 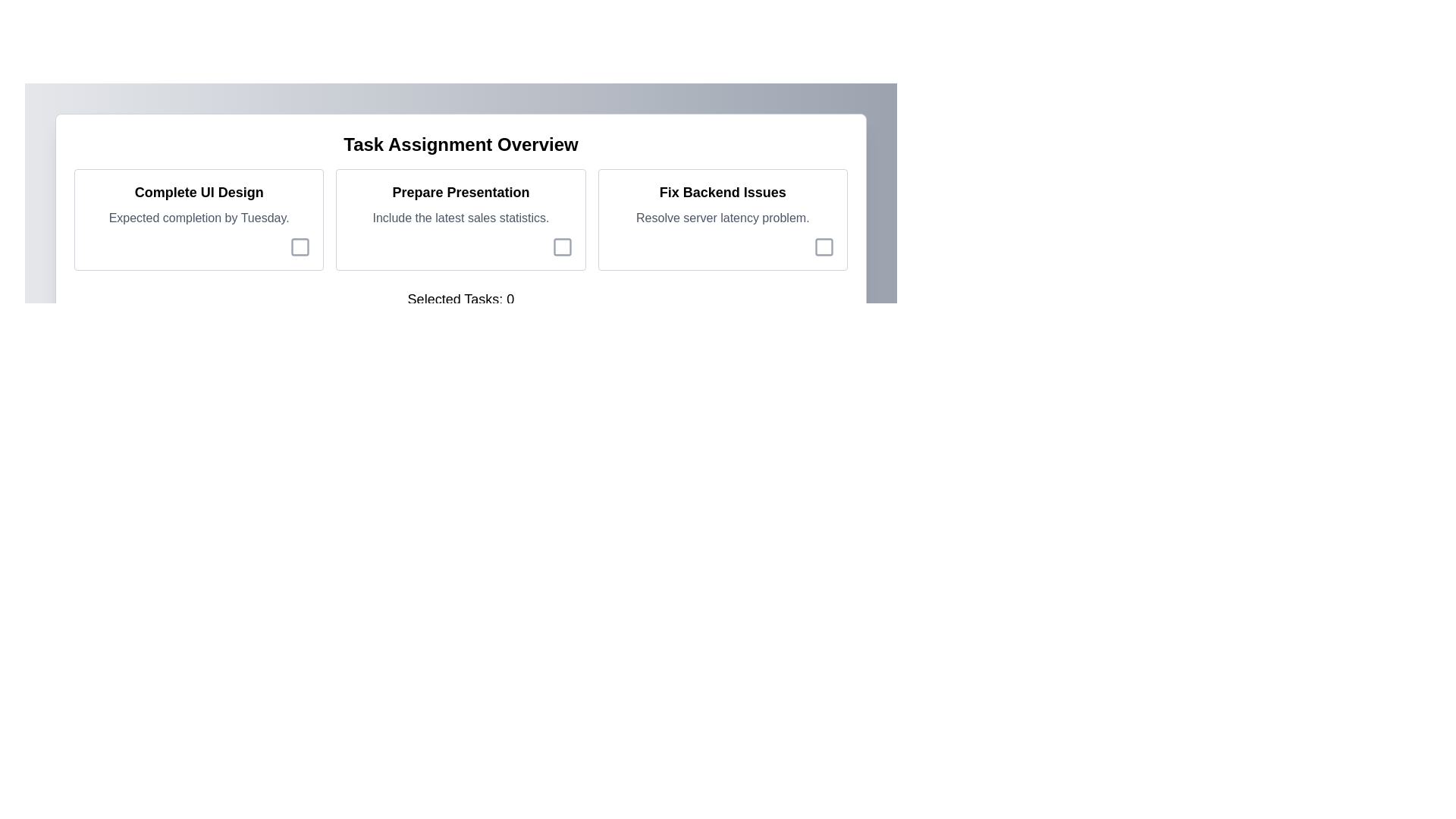 I want to click on the task card labeled 'Fix Backend Issues', so click(x=722, y=219).